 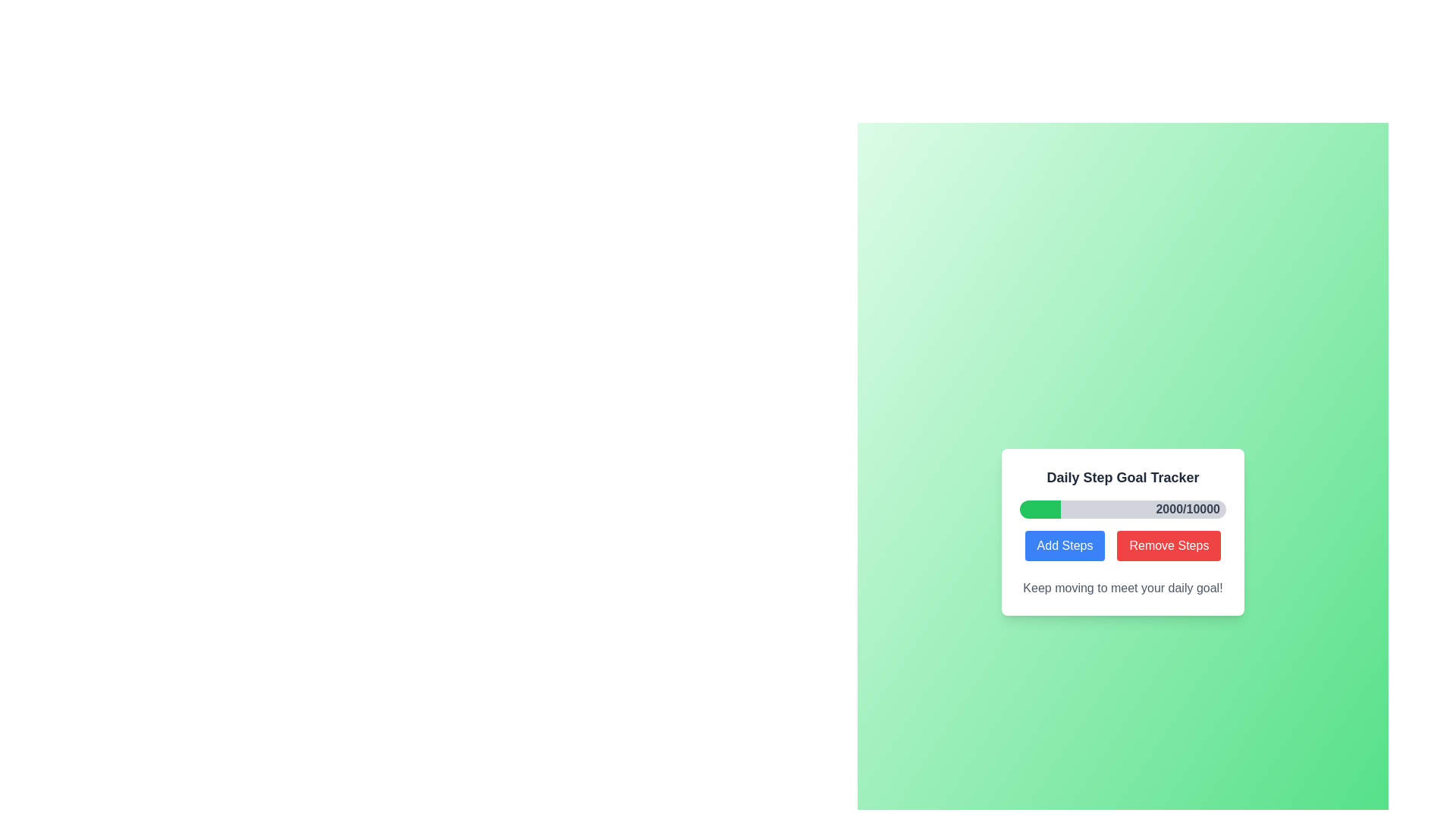 What do you see at coordinates (1064, 546) in the screenshot?
I see `the blue 'Add Steps' button with rounded corners` at bounding box center [1064, 546].